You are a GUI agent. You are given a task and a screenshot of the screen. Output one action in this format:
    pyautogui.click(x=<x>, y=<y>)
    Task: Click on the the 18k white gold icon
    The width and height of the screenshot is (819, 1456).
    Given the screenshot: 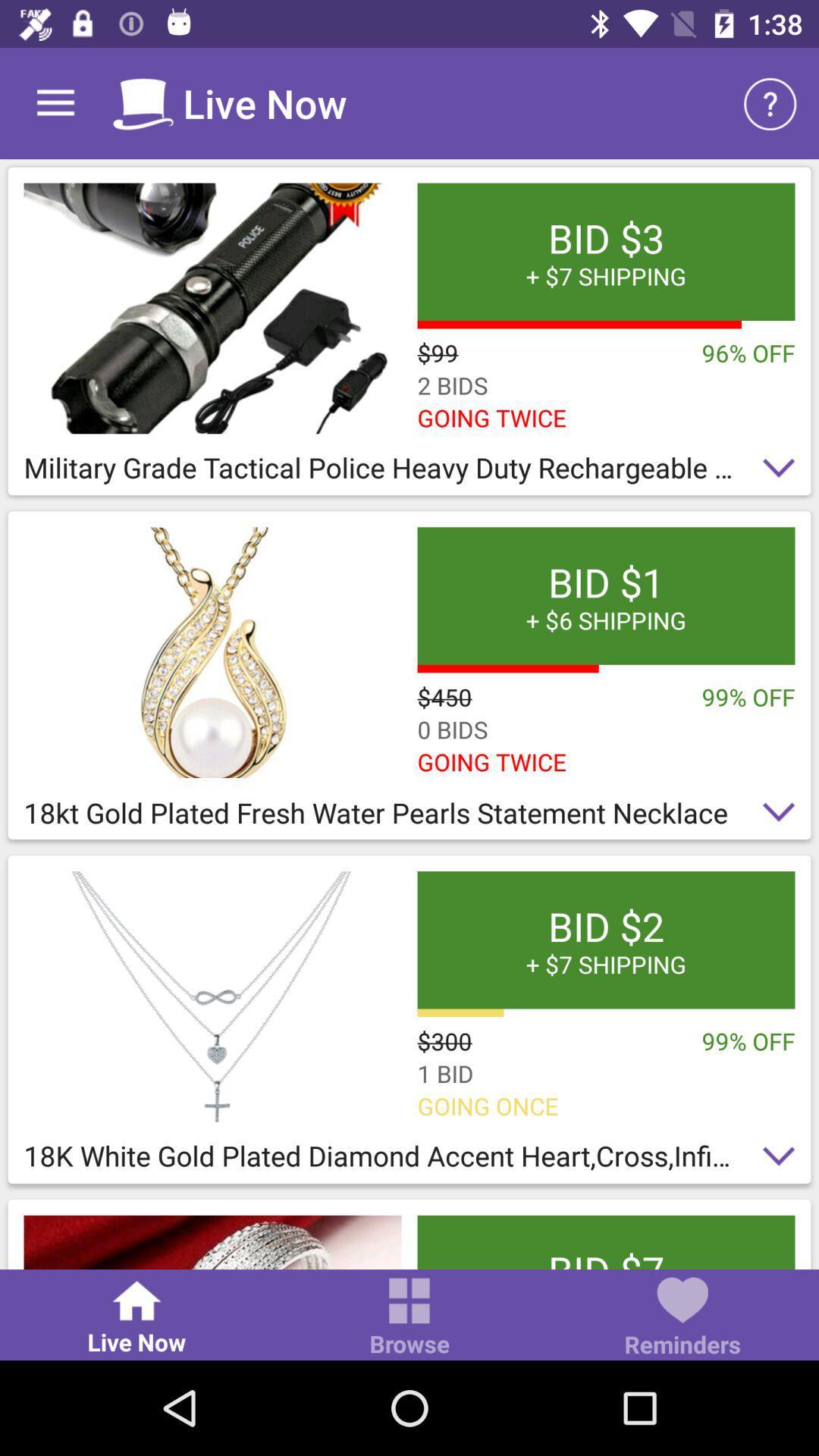 What is the action you would take?
    pyautogui.click(x=409, y=1159)
    